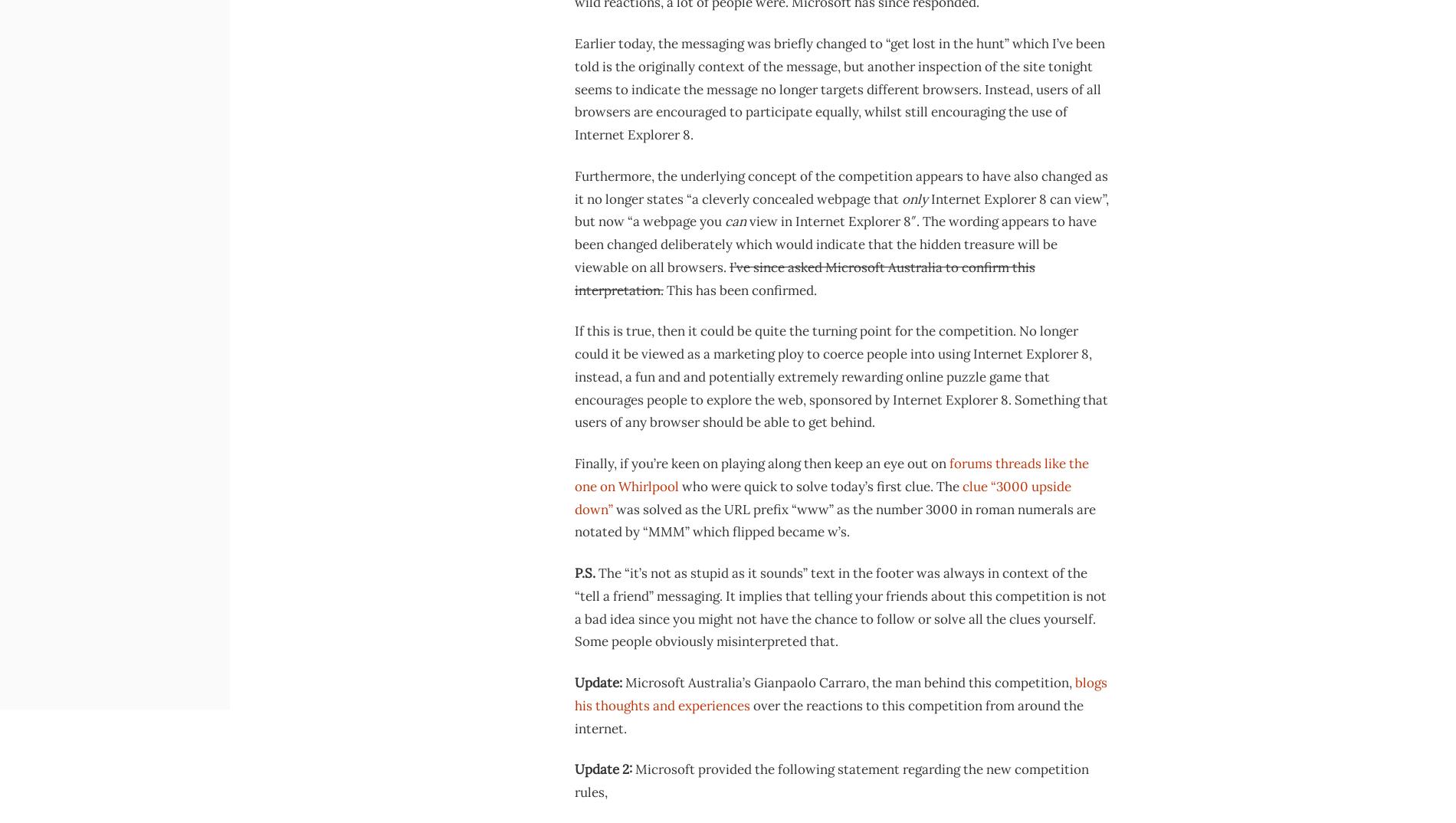 This screenshot has width=1456, height=823. I want to click on 'Microsoft Australia’s Gianpaolo Carraro, the man behind this competition,', so click(621, 681).